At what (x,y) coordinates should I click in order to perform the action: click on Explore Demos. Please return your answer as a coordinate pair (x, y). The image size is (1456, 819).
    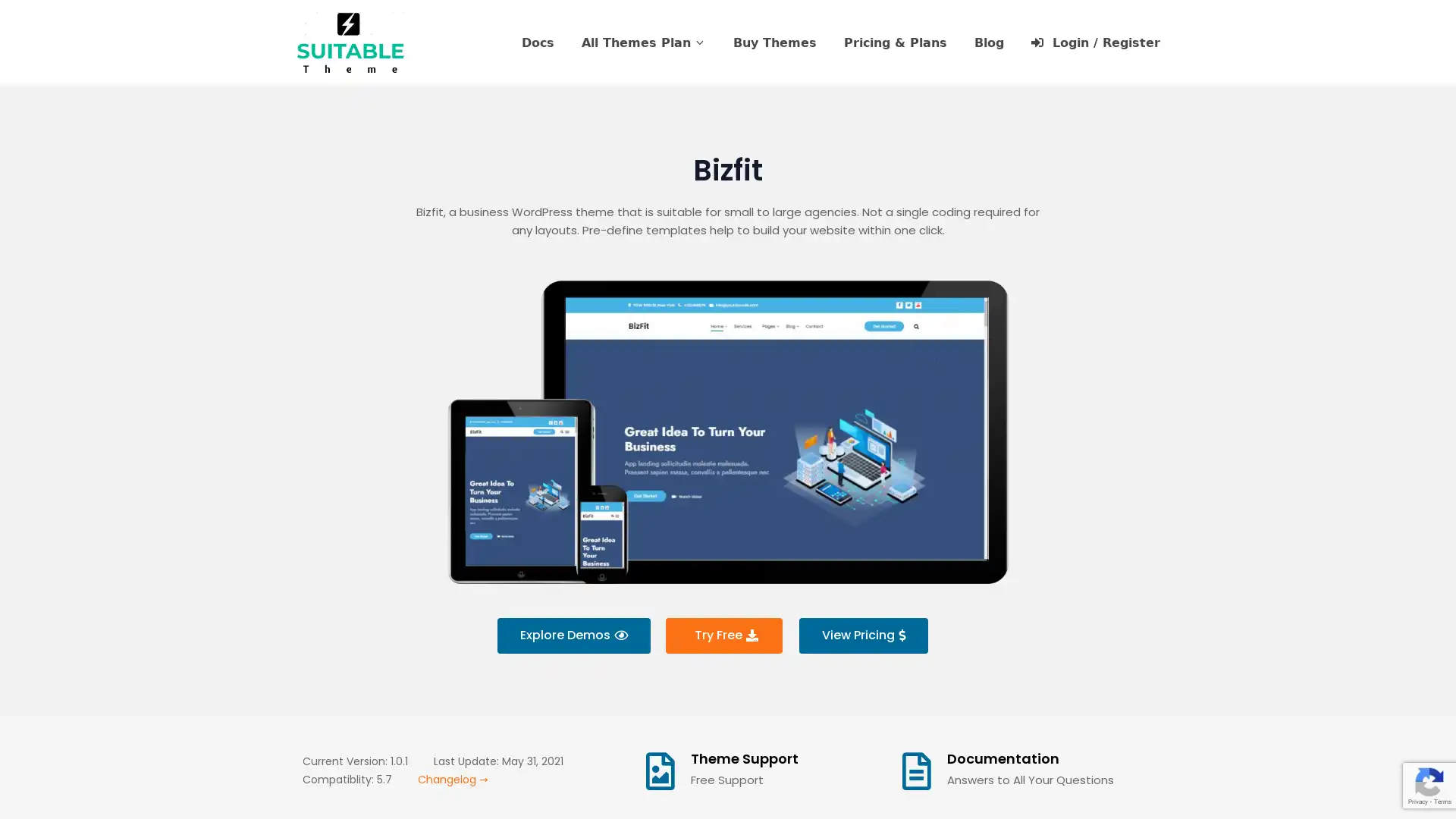
    Looking at the image, I should click on (572, 635).